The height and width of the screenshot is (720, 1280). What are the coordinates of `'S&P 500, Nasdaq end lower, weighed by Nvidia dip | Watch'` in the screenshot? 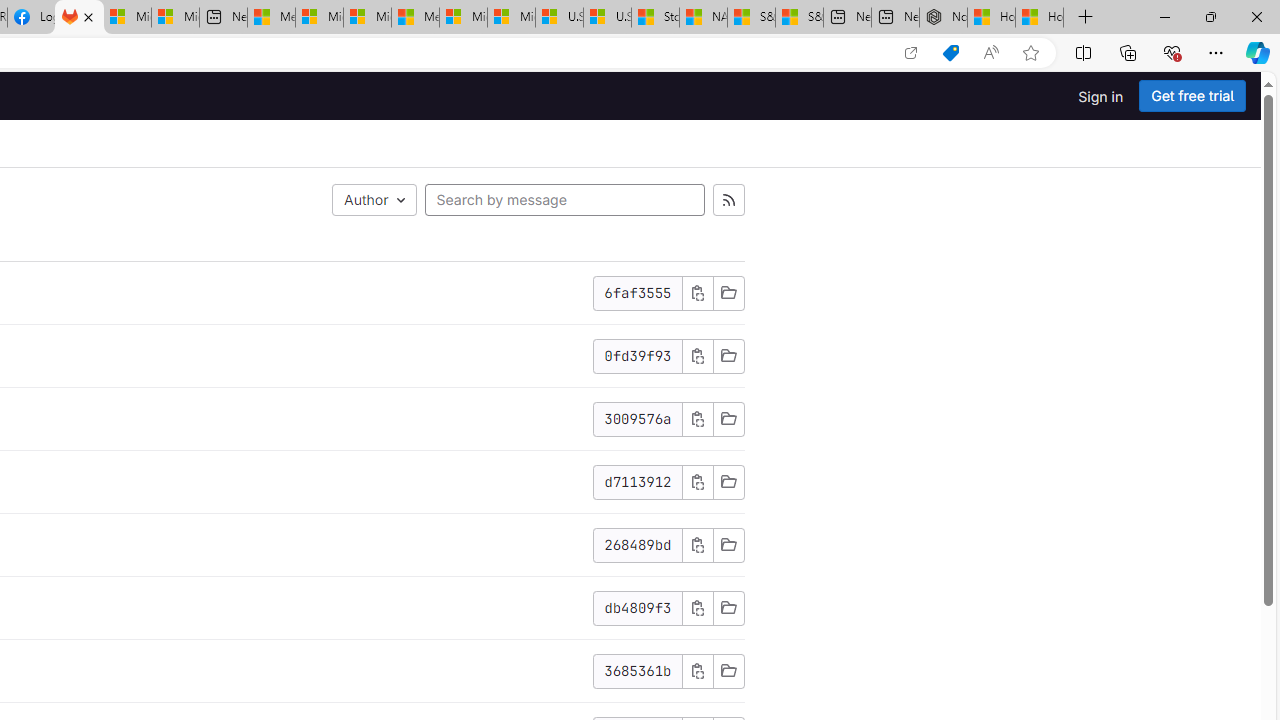 It's located at (798, 17).